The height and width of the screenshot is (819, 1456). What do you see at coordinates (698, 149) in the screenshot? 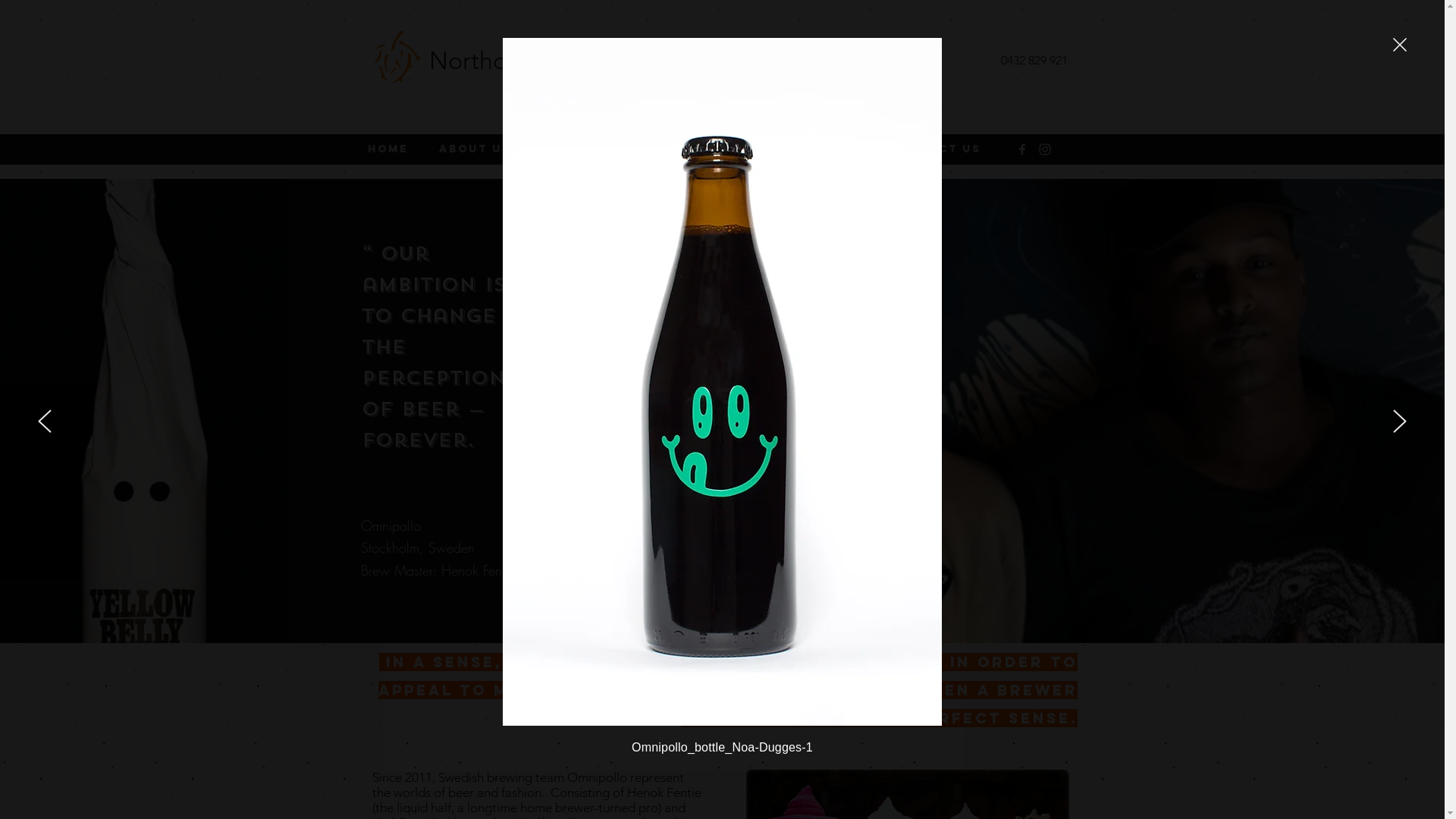
I see `'Trade Info'` at bounding box center [698, 149].